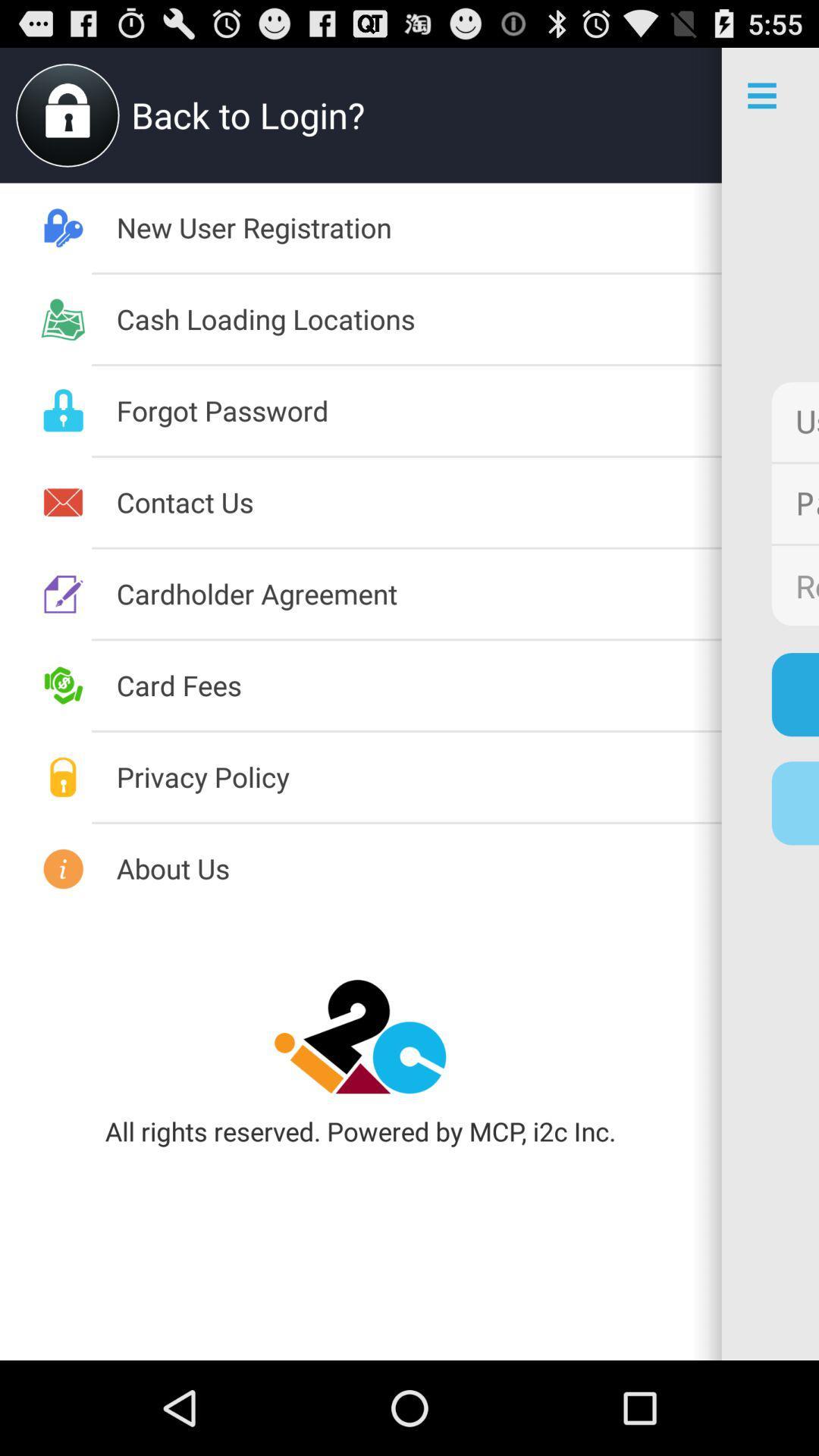  I want to click on the item to the left of the new user registration item, so click(419, 777).